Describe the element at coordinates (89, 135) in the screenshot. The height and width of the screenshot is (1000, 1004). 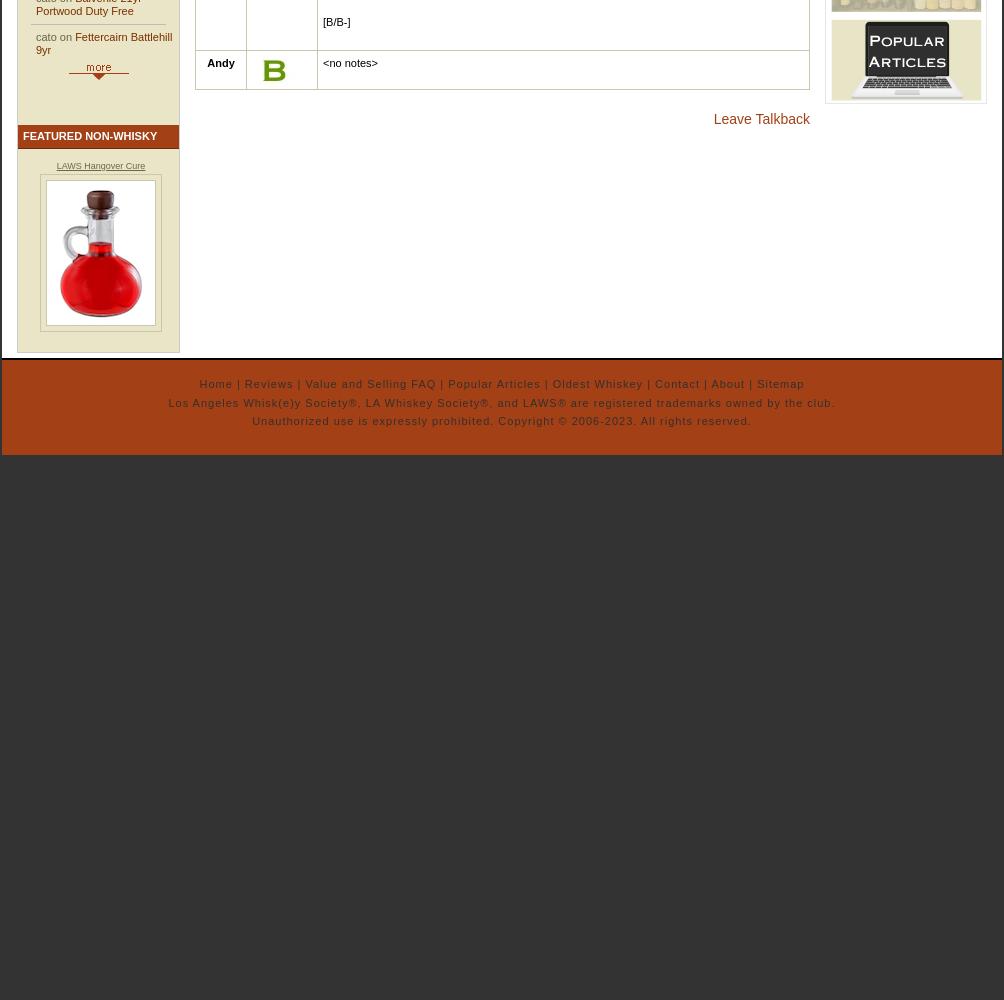
I see `'Featured Non-Whisky'` at that location.